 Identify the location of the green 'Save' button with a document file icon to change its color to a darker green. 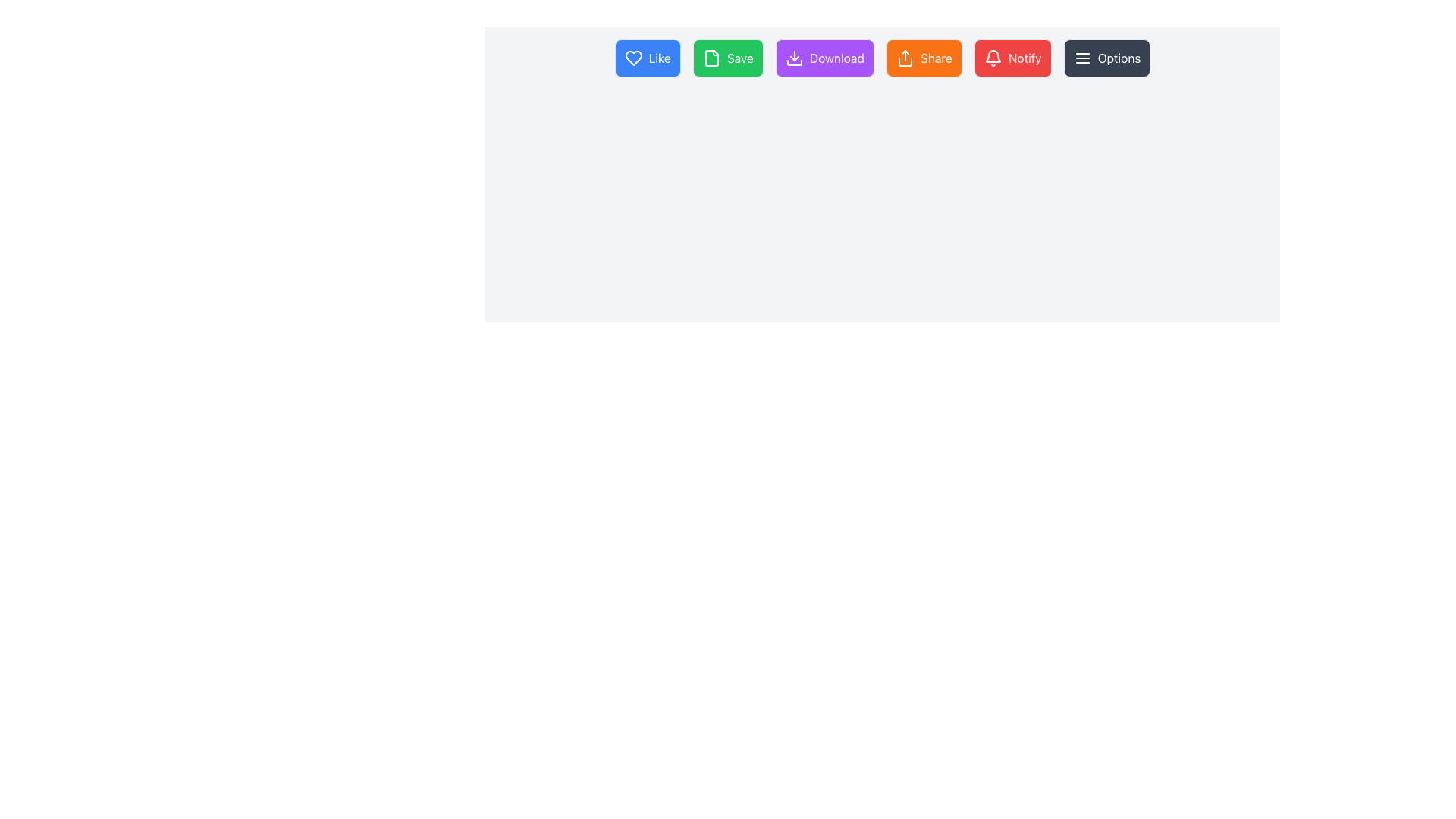
(728, 58).